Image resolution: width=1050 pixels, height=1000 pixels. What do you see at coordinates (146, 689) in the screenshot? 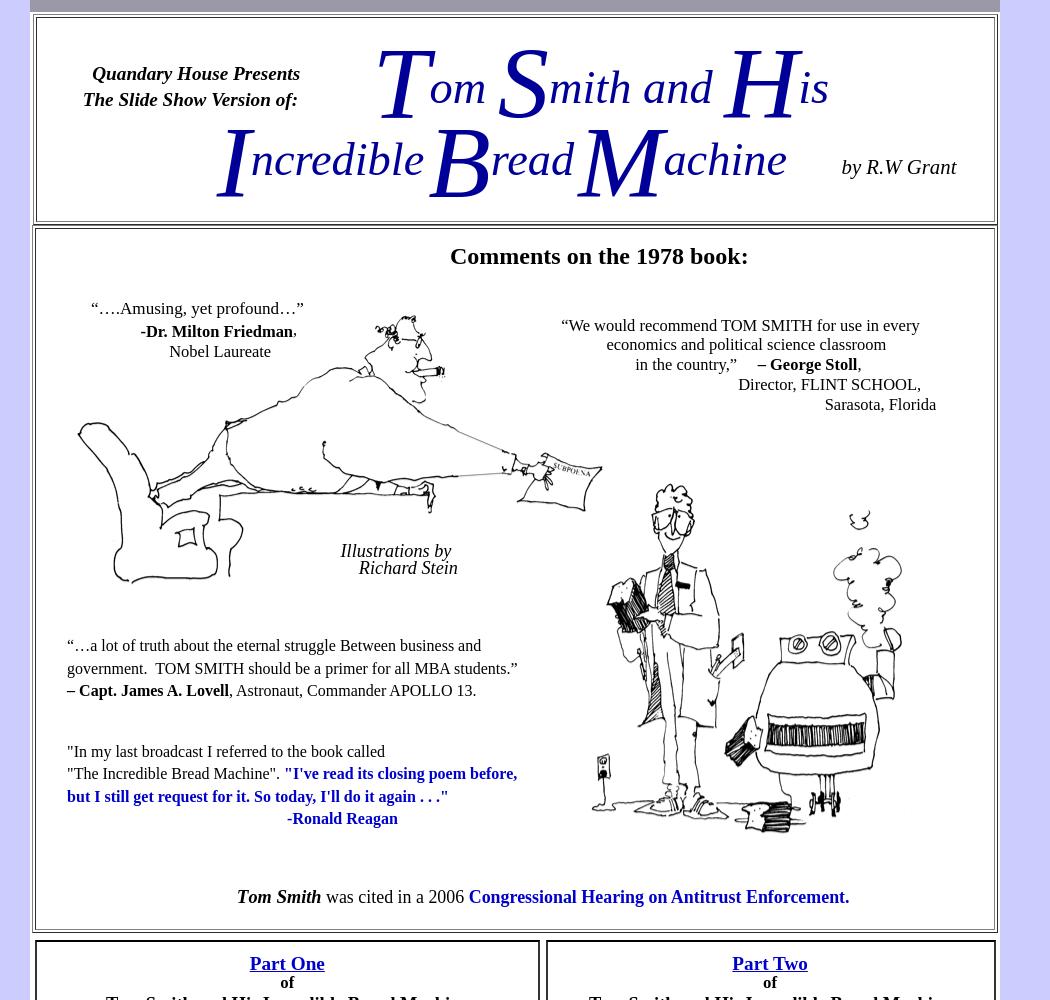
I see `'– Capt. James A. Lovell'` at bounding box center [146, 689].